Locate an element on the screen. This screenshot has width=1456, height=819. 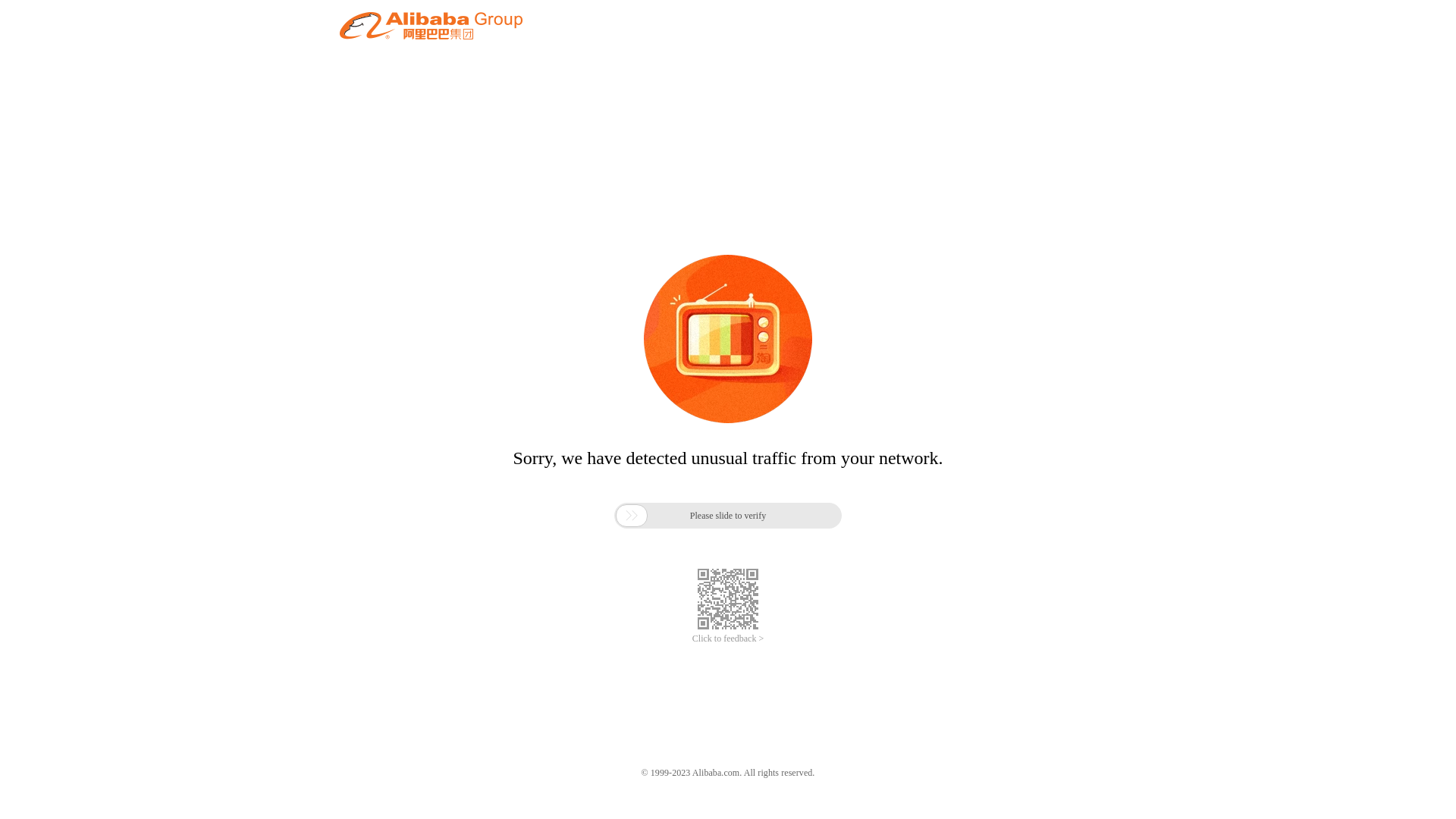
'Click to feedback >' is located at coordinates (728, 639).